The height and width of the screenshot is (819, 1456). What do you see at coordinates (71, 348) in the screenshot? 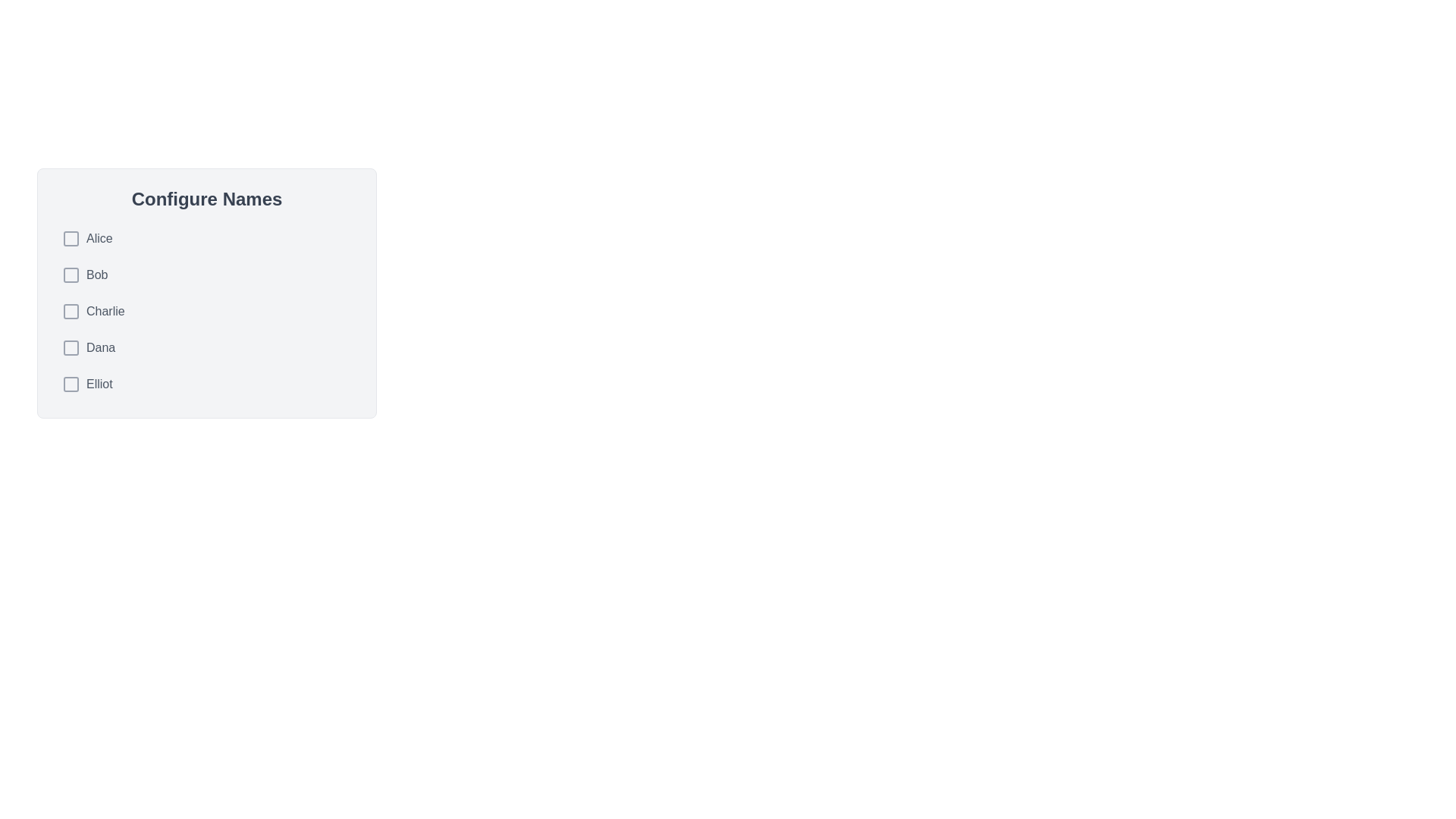
I see `the minimalistic gray outline checkbox located to the left of the 'Dana' text label` at bounding box center [71, 348].